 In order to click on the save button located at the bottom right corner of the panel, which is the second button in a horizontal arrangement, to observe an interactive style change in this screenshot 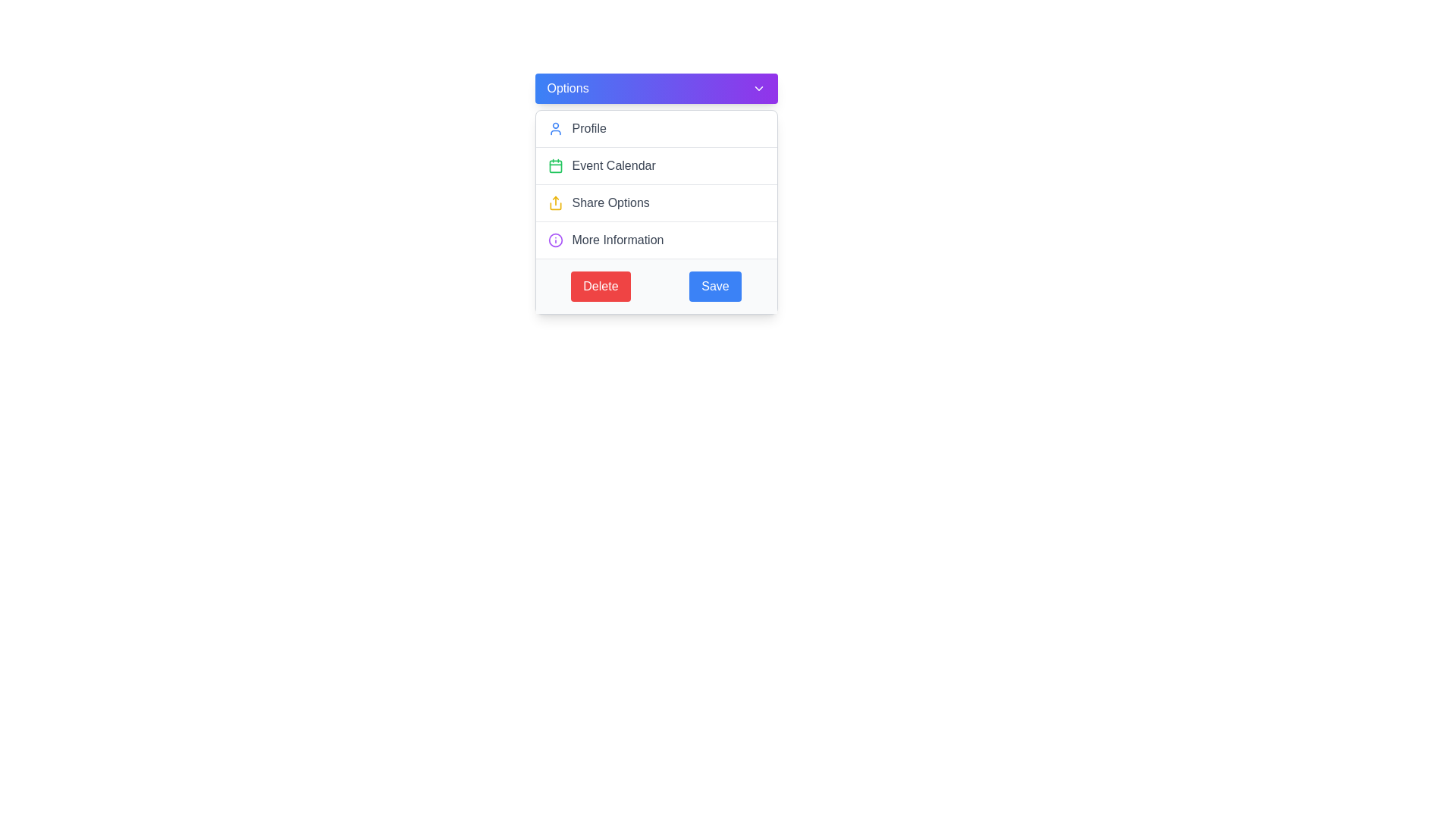, I will do `click(714, 287)`.